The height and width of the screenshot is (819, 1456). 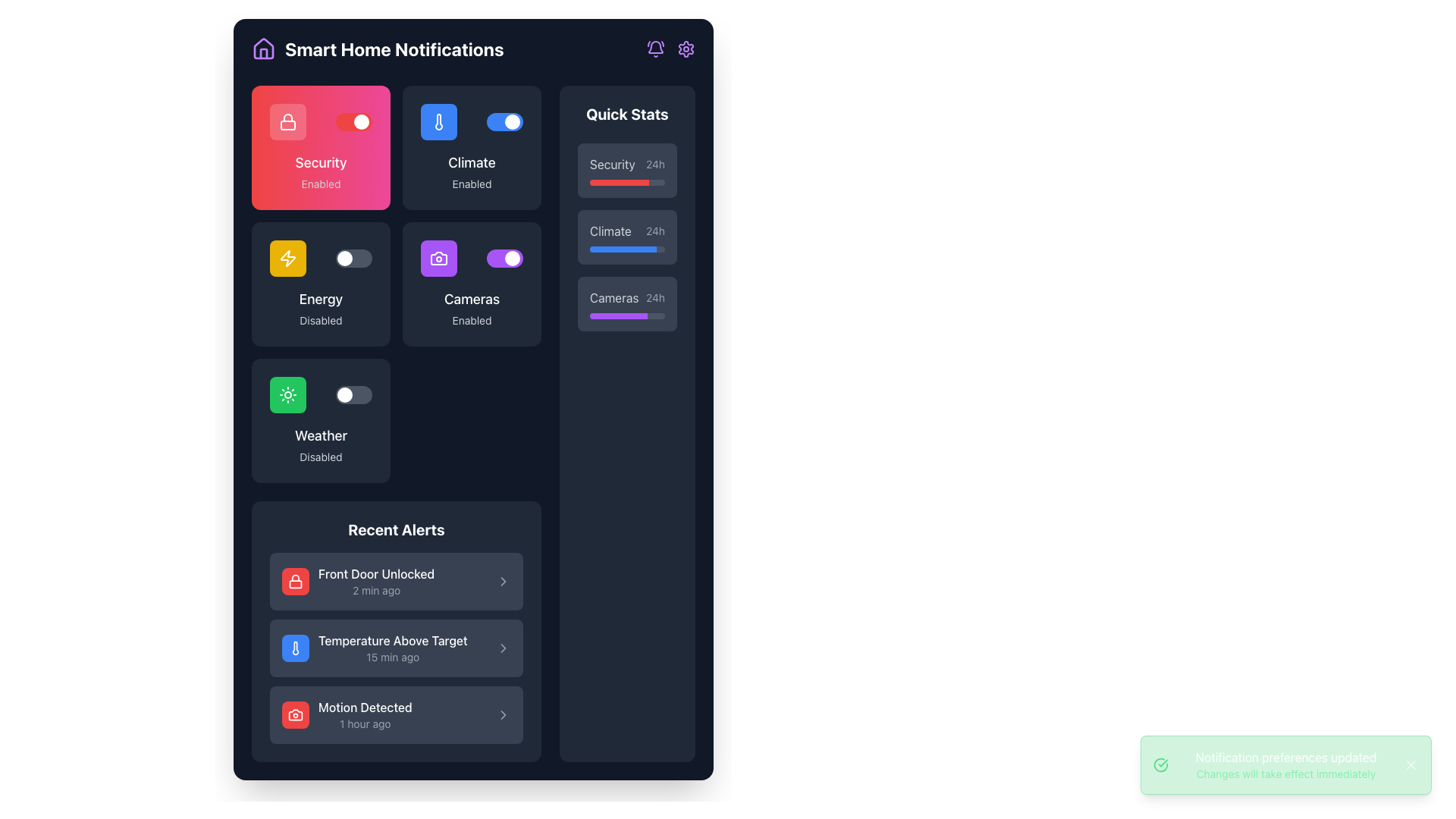 I want to click on the 'Front Door Unlocked' notification element with a dark gray background and a red lock icon, so click(x=397, y=581).